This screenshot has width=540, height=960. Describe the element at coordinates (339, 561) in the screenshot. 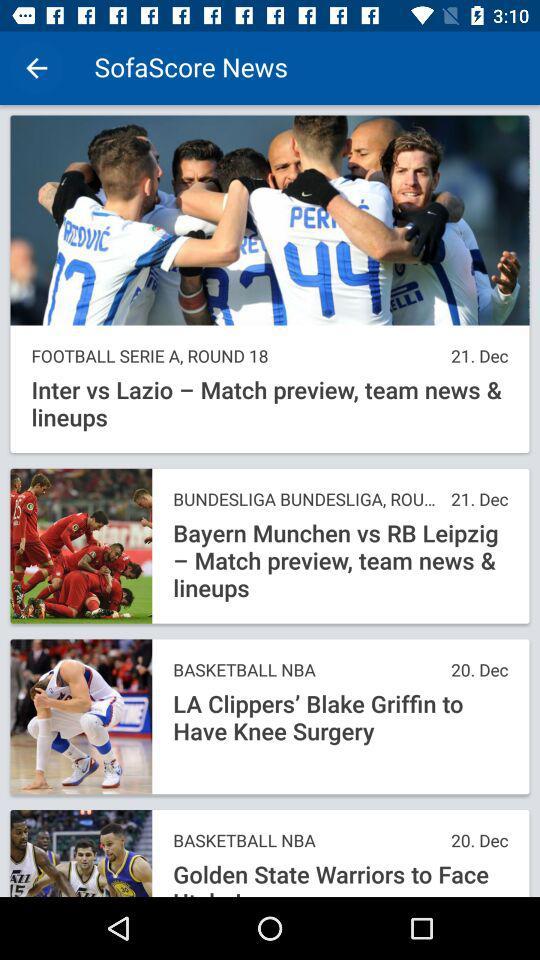

I see `bayern munchen vs item` at that location.